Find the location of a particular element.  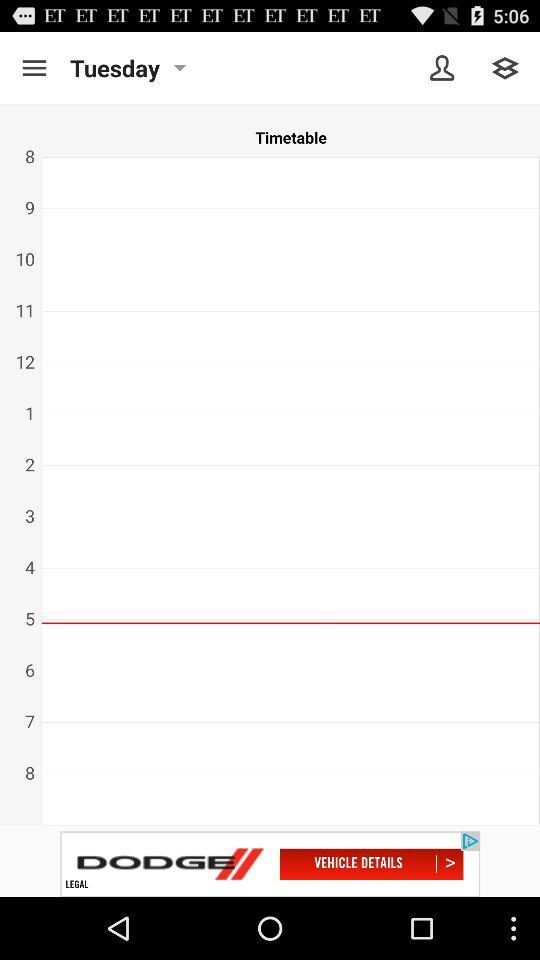

menu pega is located at coordinates (504, 68).